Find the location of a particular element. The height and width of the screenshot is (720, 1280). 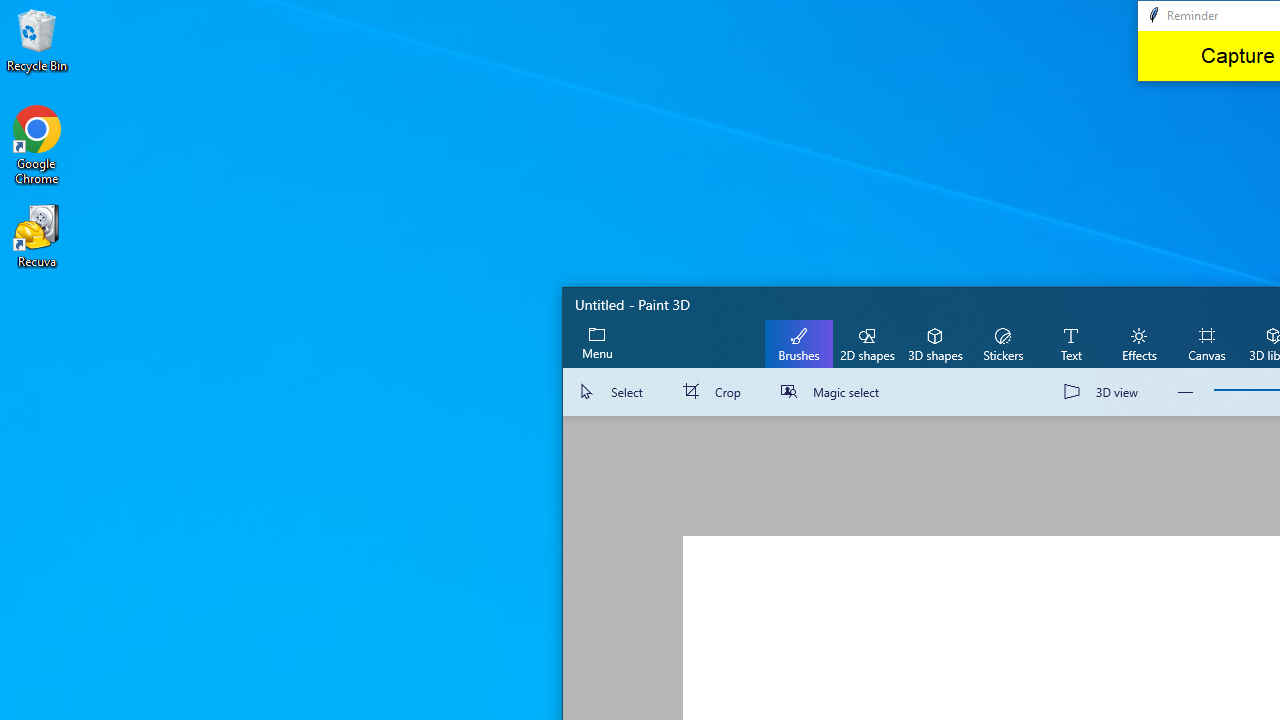

'Select' is located at coordinates (614, 392).